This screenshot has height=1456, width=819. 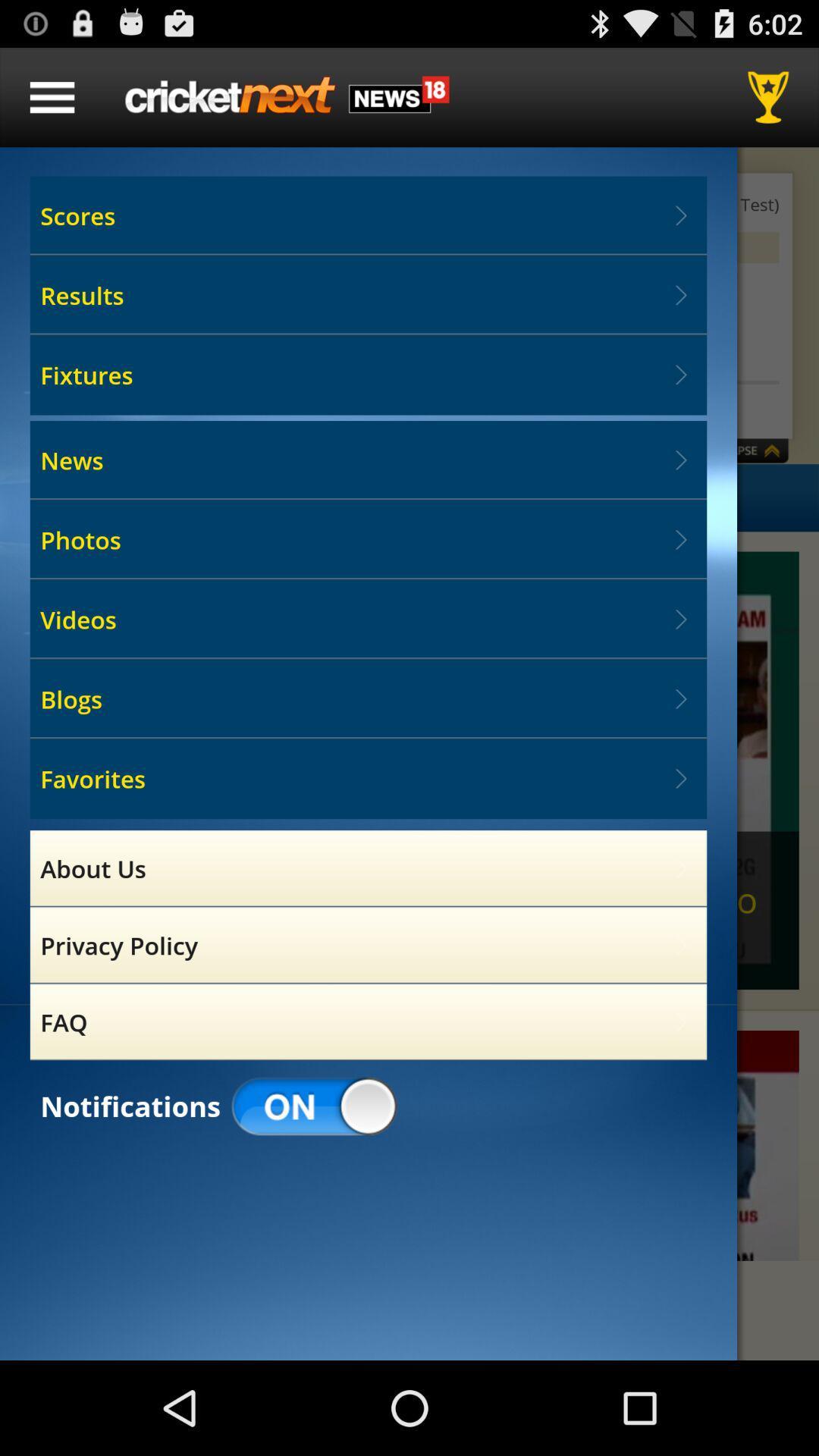 I want to click on the button next to notifications, so click(x=314, y=1106).